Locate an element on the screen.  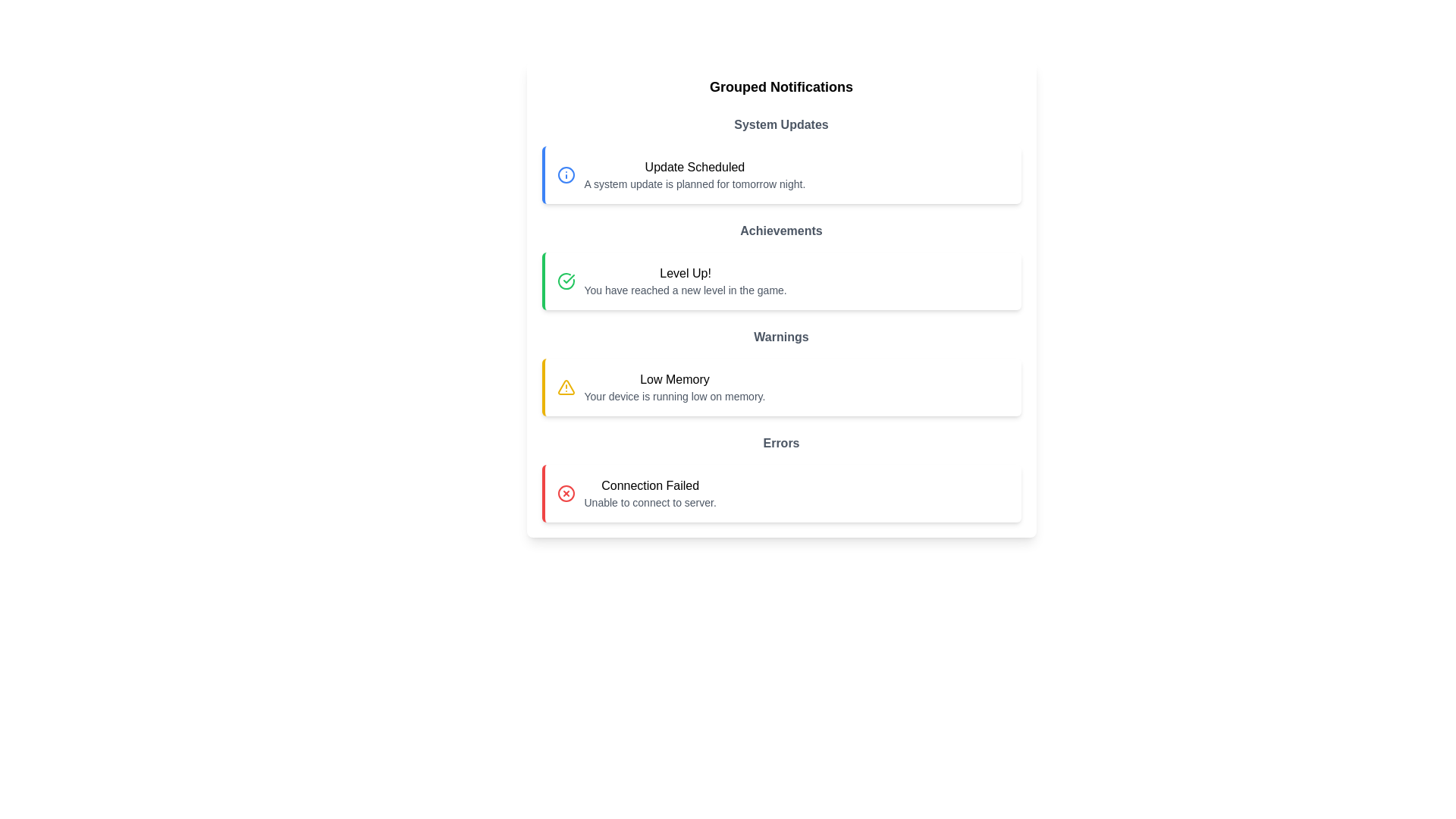
the bottommost textual notification card in the 'Errors' section of the notification interface that indicates a connection failure is located at coordinates (650, 494).